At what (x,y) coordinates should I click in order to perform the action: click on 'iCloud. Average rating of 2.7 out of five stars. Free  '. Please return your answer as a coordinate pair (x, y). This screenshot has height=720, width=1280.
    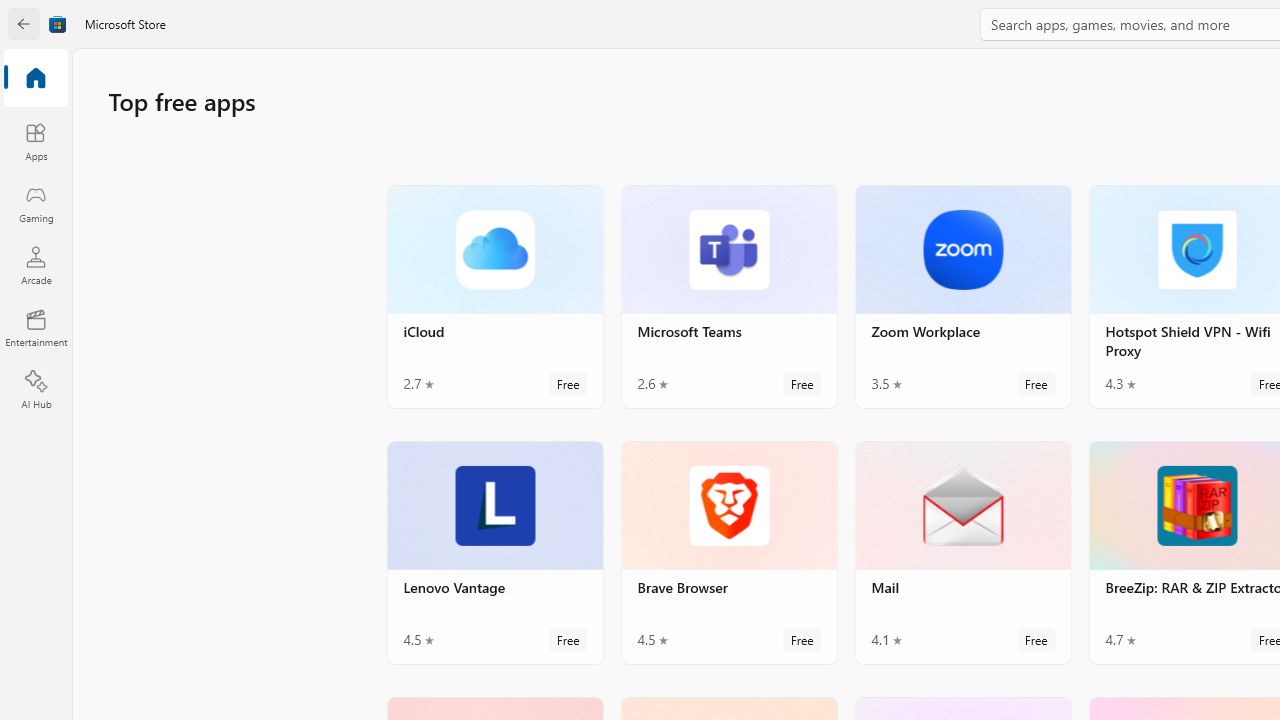
    Looking at the image, I should click on (495, 296).